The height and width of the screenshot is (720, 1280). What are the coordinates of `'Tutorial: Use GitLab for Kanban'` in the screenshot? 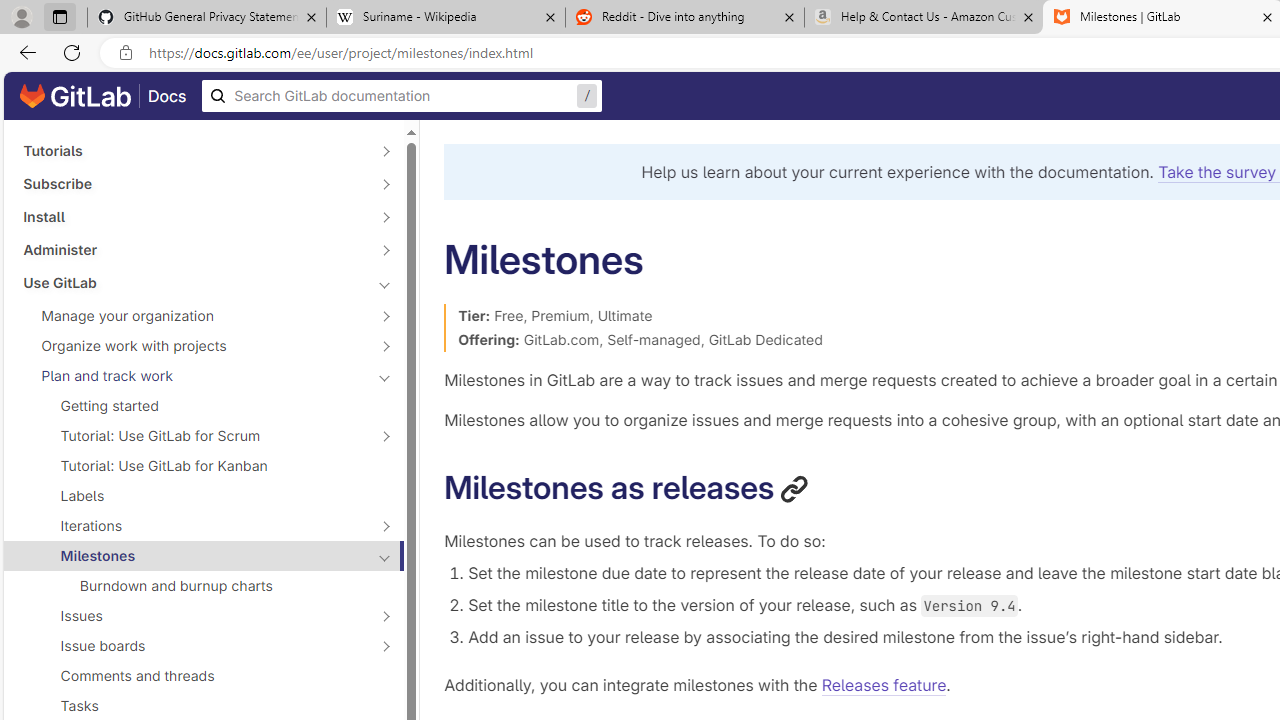 It's located at (204, 465).